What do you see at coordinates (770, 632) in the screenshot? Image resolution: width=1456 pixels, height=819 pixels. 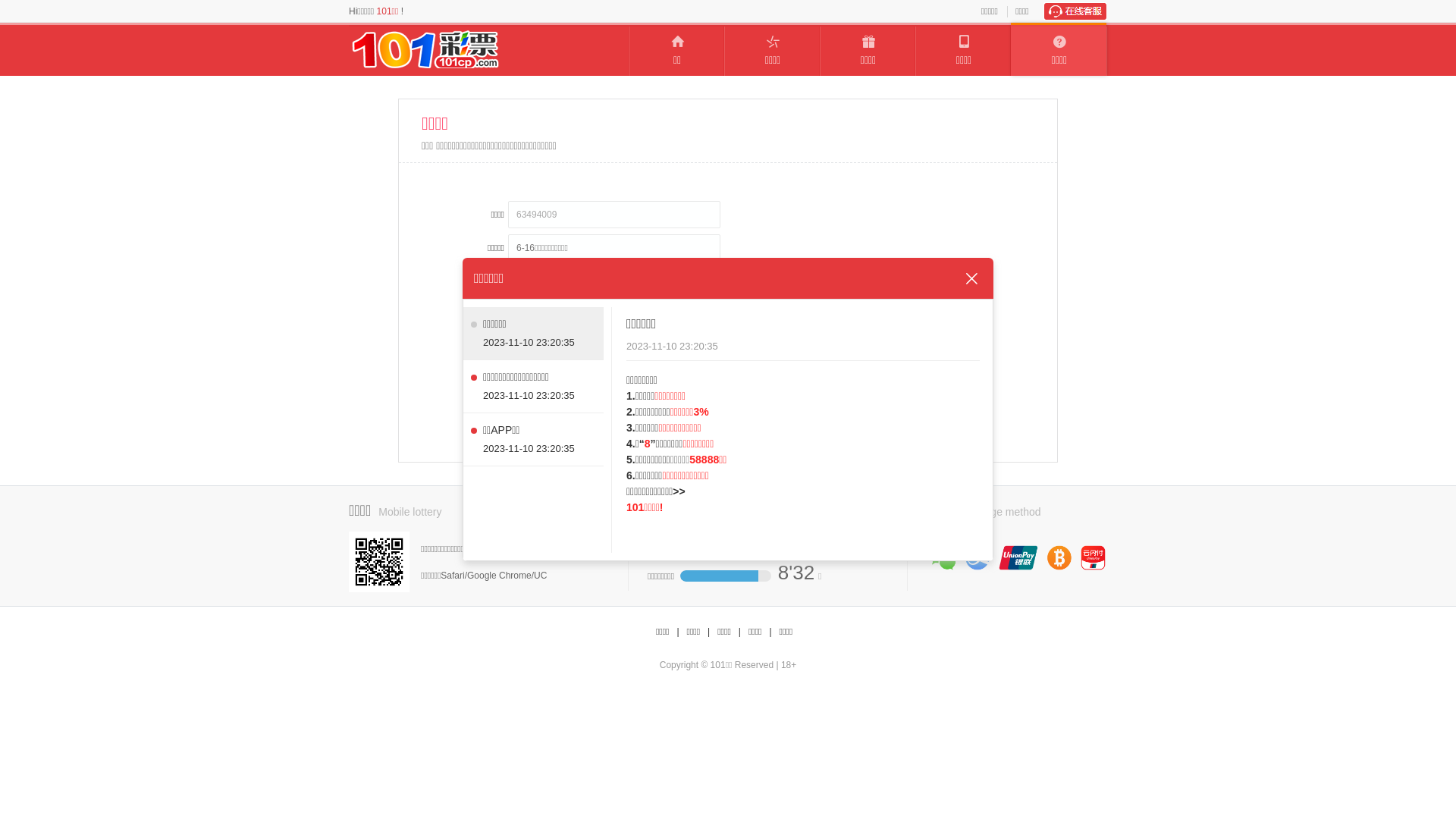 I see `'|'` at bounding box center [770, 632].